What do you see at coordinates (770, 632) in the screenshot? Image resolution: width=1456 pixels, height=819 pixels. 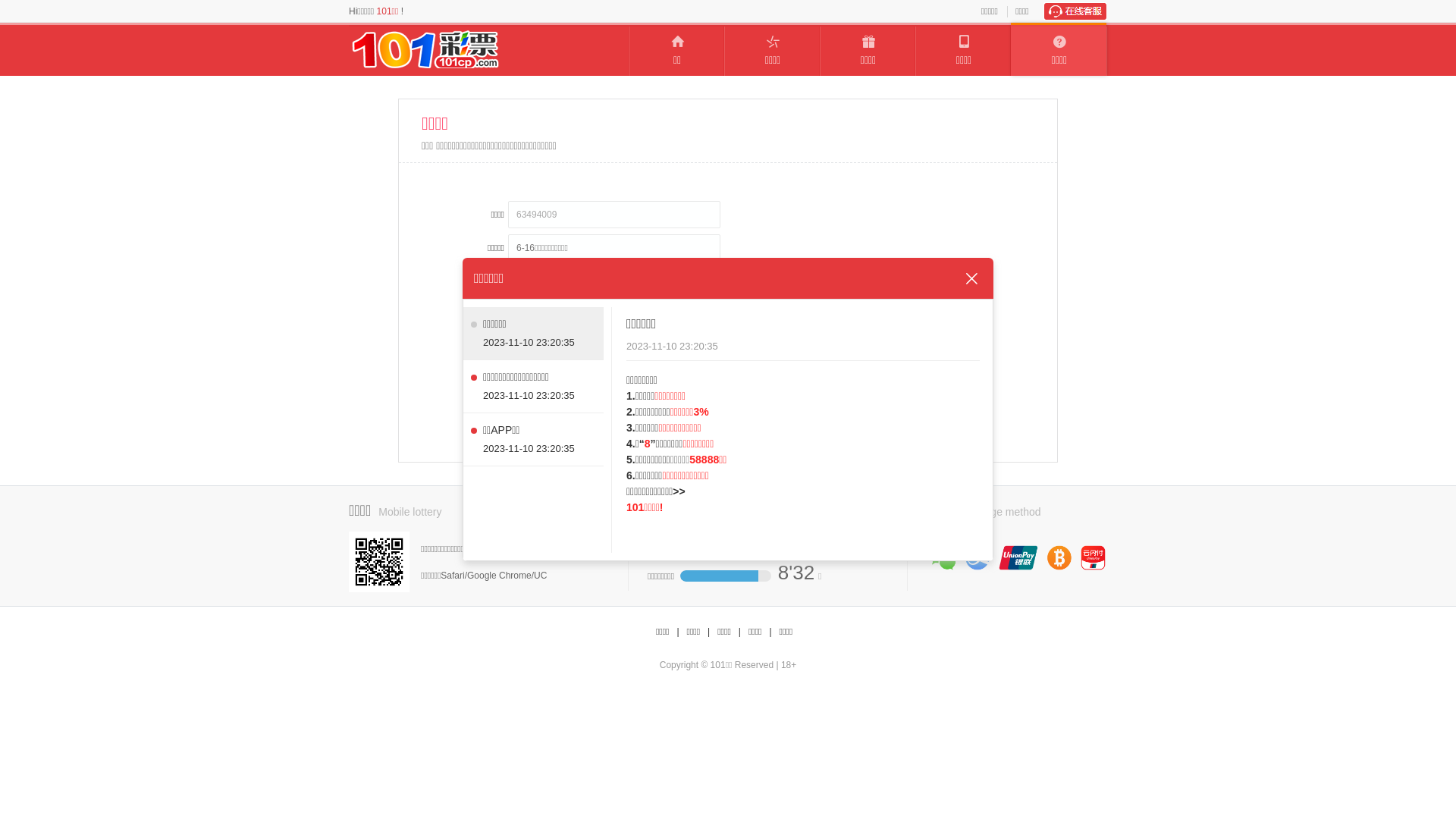 I see `'|'` at bounding box center [770, 632].